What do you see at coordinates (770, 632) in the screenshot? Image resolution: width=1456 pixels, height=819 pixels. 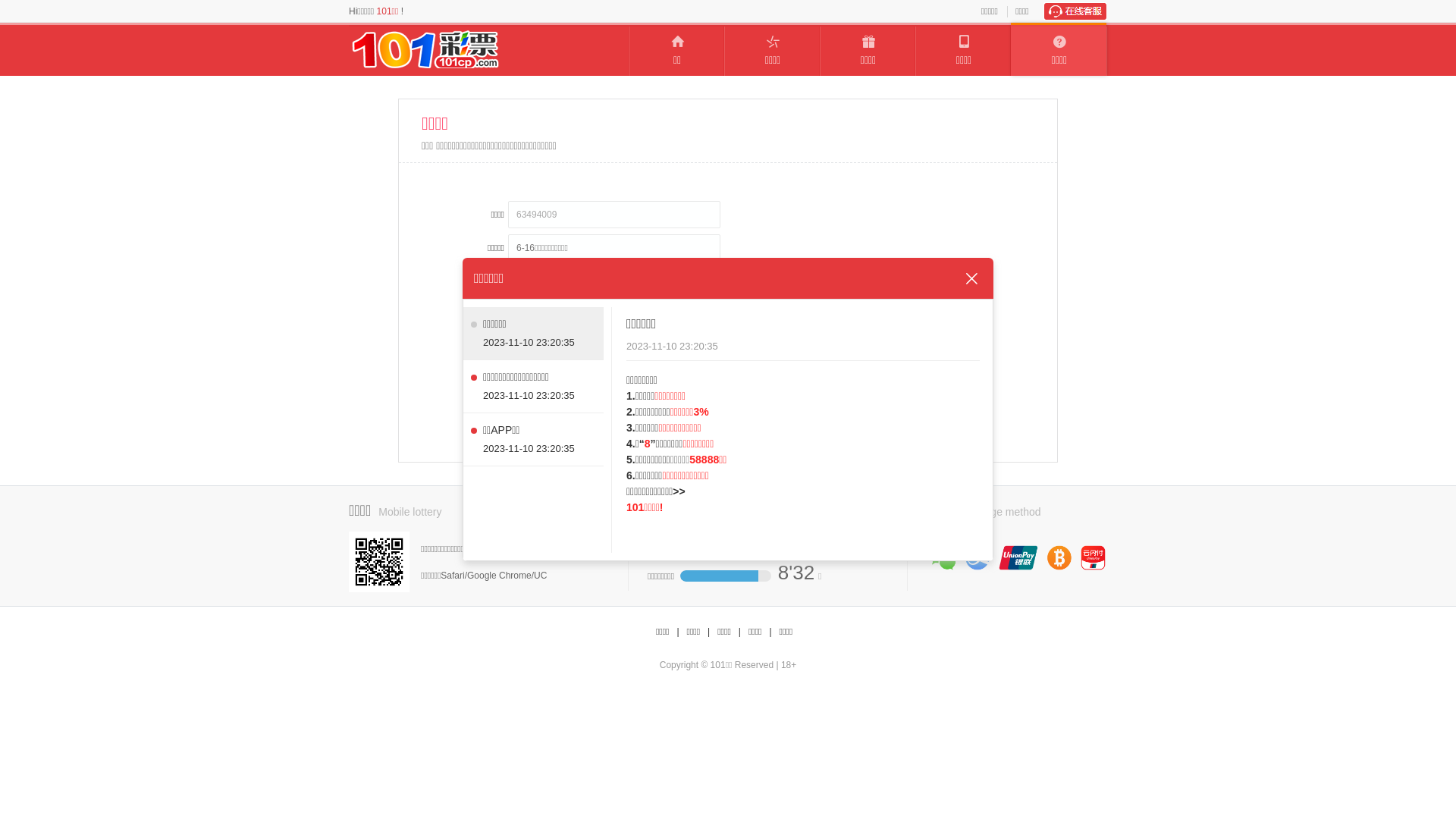 I see `'|'` at bounding box center [770, 632].